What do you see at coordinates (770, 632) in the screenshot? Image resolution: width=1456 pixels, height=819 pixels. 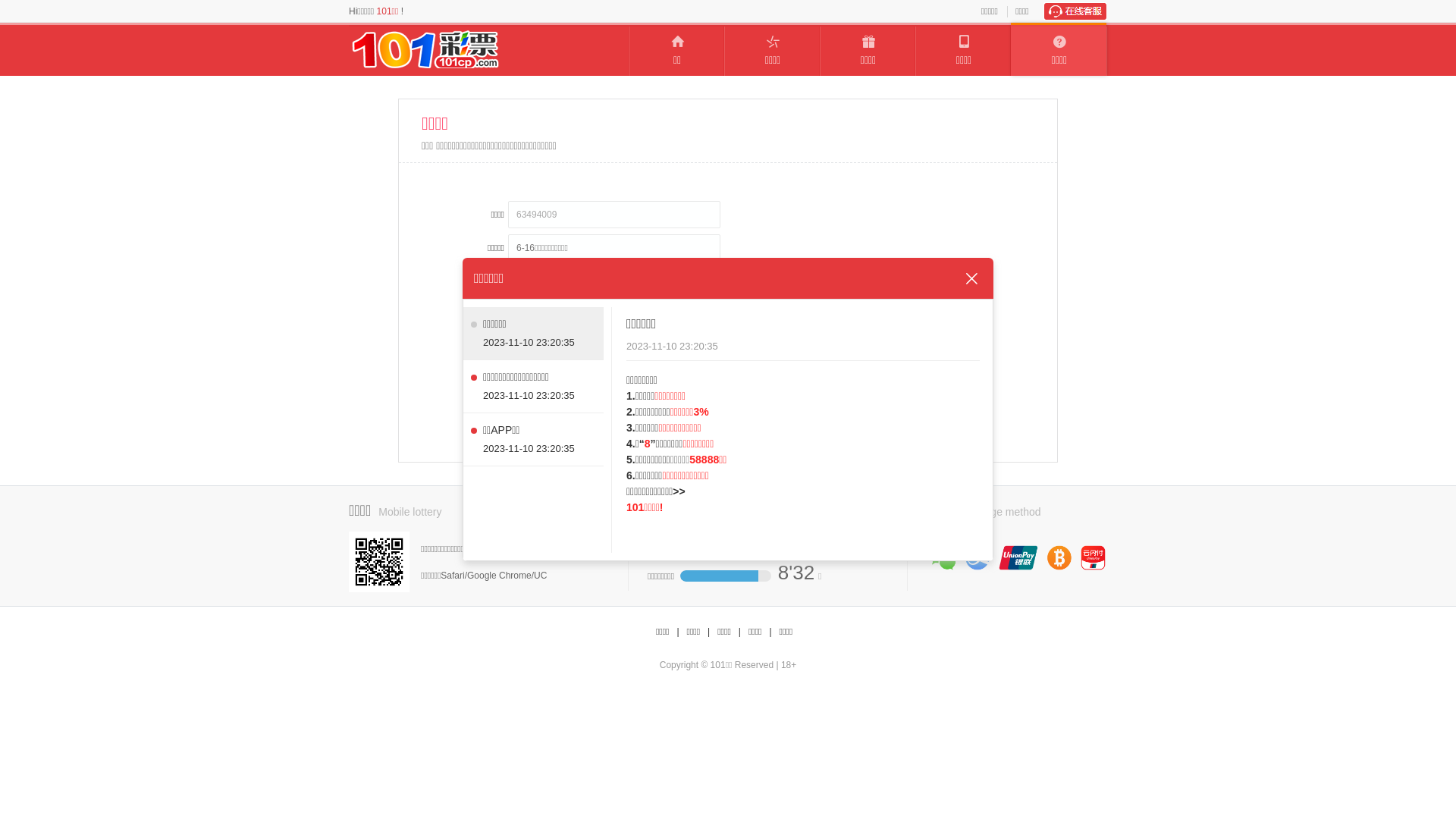 I see `'|'` at bounding box center [770, 632].